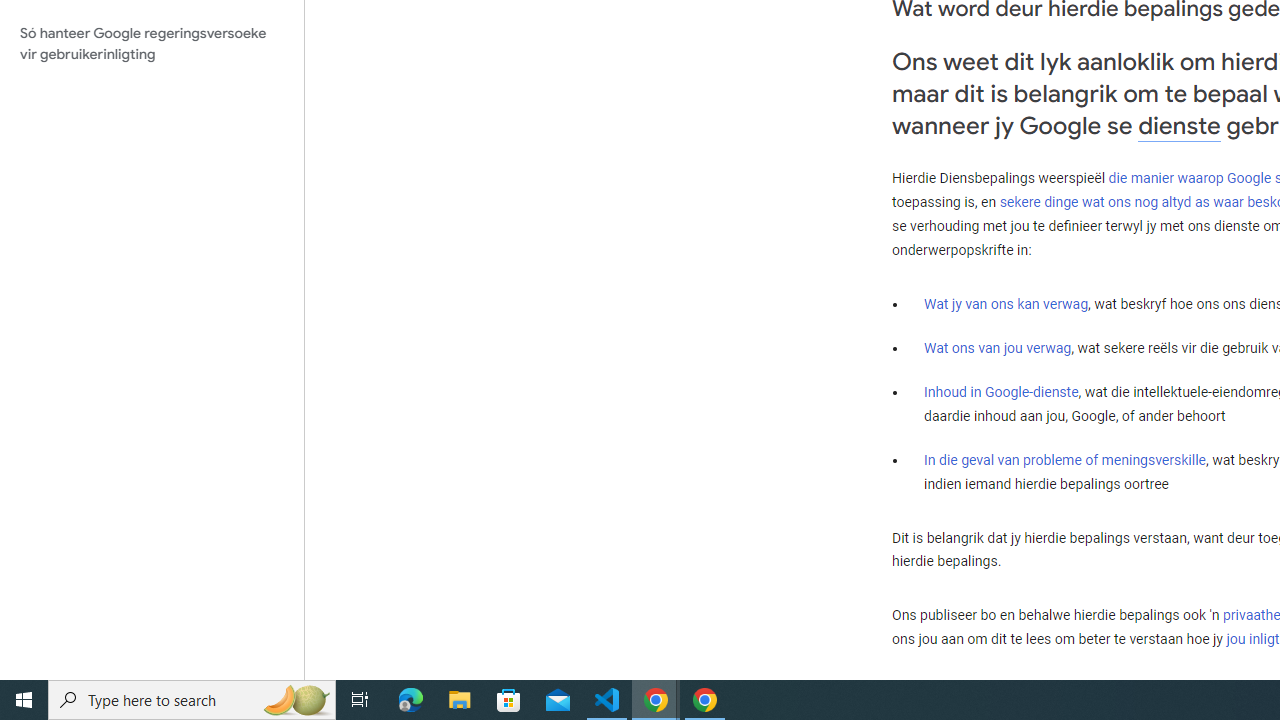 Image resolution: width=1280 pixels, height=720 pixels. What do you see at coordinates (509, 698) in the screenshot?
I see `'Microsoft Store'` at bounding box center [509, 698].